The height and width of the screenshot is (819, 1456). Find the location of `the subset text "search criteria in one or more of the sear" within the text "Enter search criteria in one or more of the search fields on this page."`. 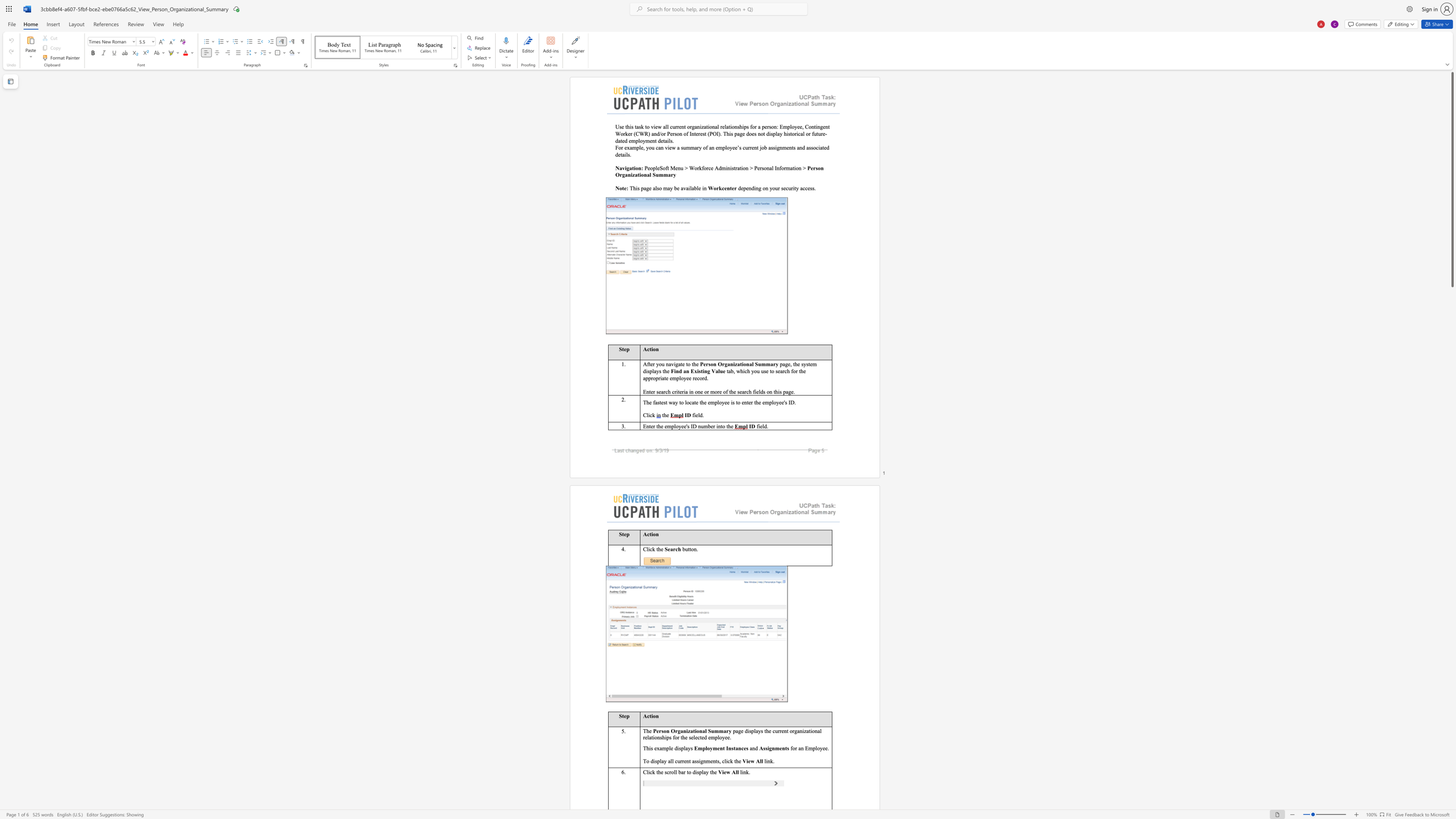

the subset text "search criteria in one or more of the sear" within the text "Enter search criteria in one or more of the search fields on this page." is located at coordinates (656, 391).